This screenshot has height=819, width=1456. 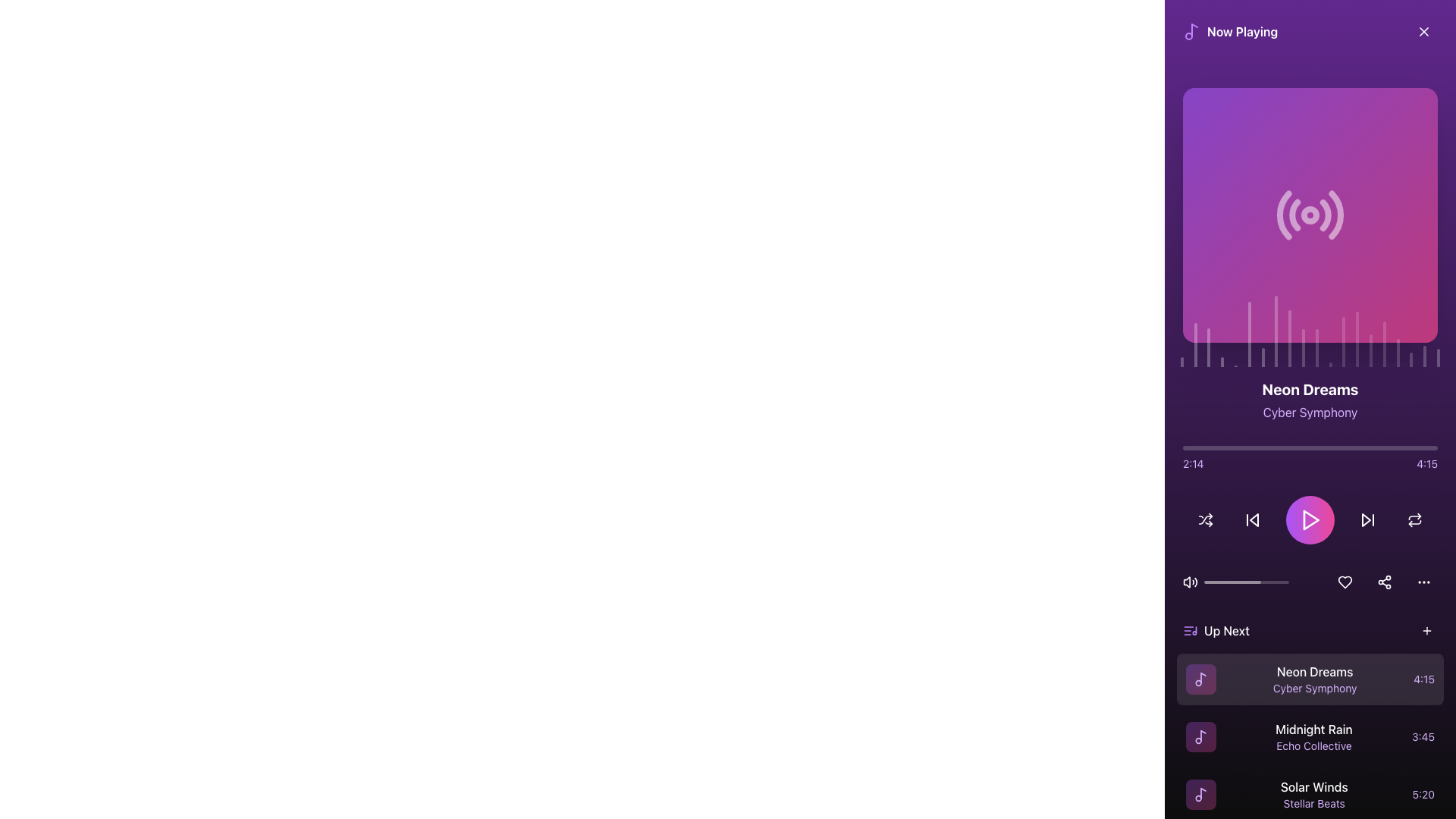 What do you see at coordinates (1200, 794) in the screenshot?
I see `the square icon with a gradient background, featuring a music note symbol, located at the front of the last list item representing the song 'Solar Winds' by 'Stellar Beats' in the 'Up Next' section` at bounding box center [1200, 794].